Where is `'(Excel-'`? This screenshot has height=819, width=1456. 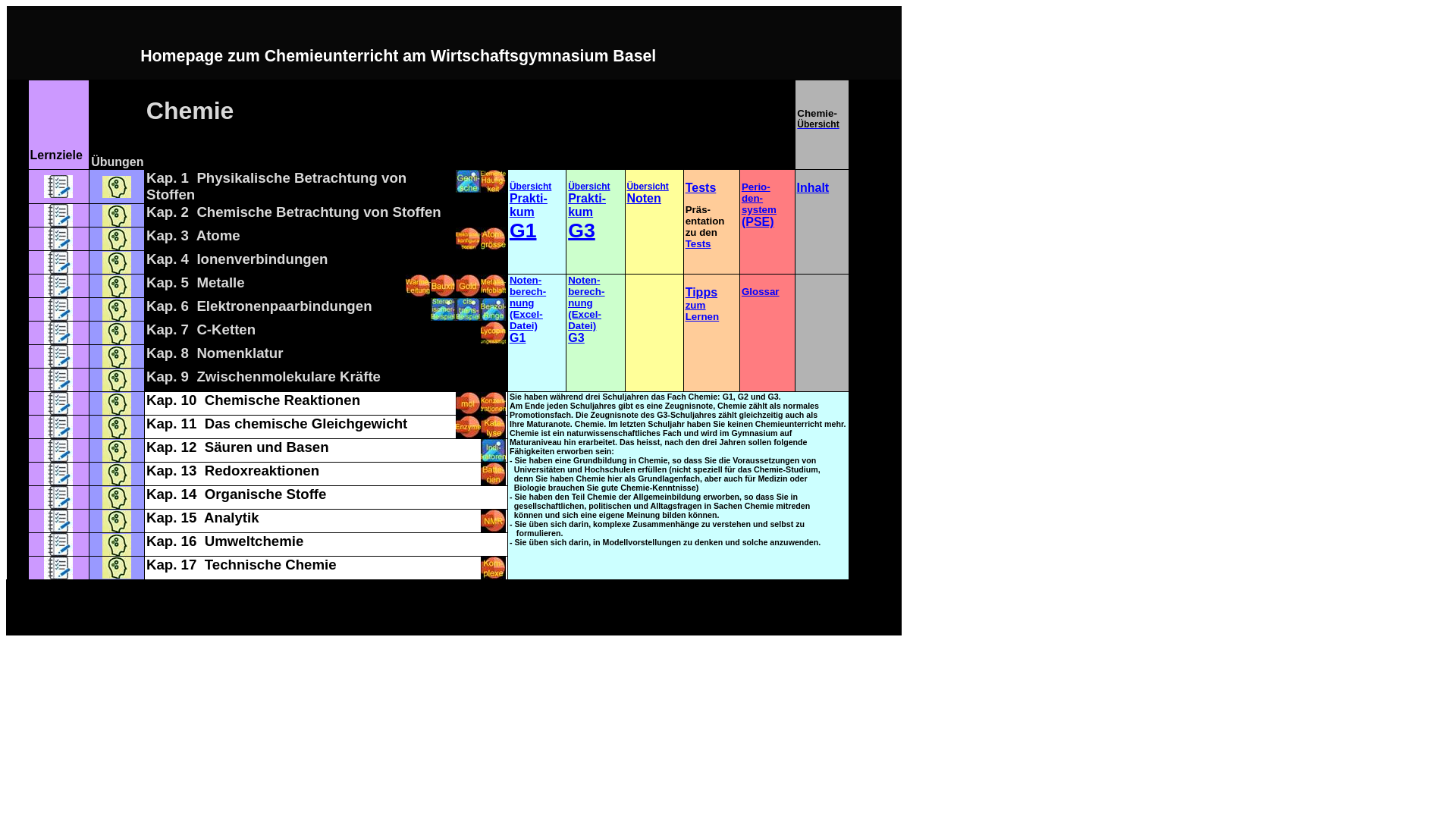
'(Excel-' is located at coordinates (526, 313).